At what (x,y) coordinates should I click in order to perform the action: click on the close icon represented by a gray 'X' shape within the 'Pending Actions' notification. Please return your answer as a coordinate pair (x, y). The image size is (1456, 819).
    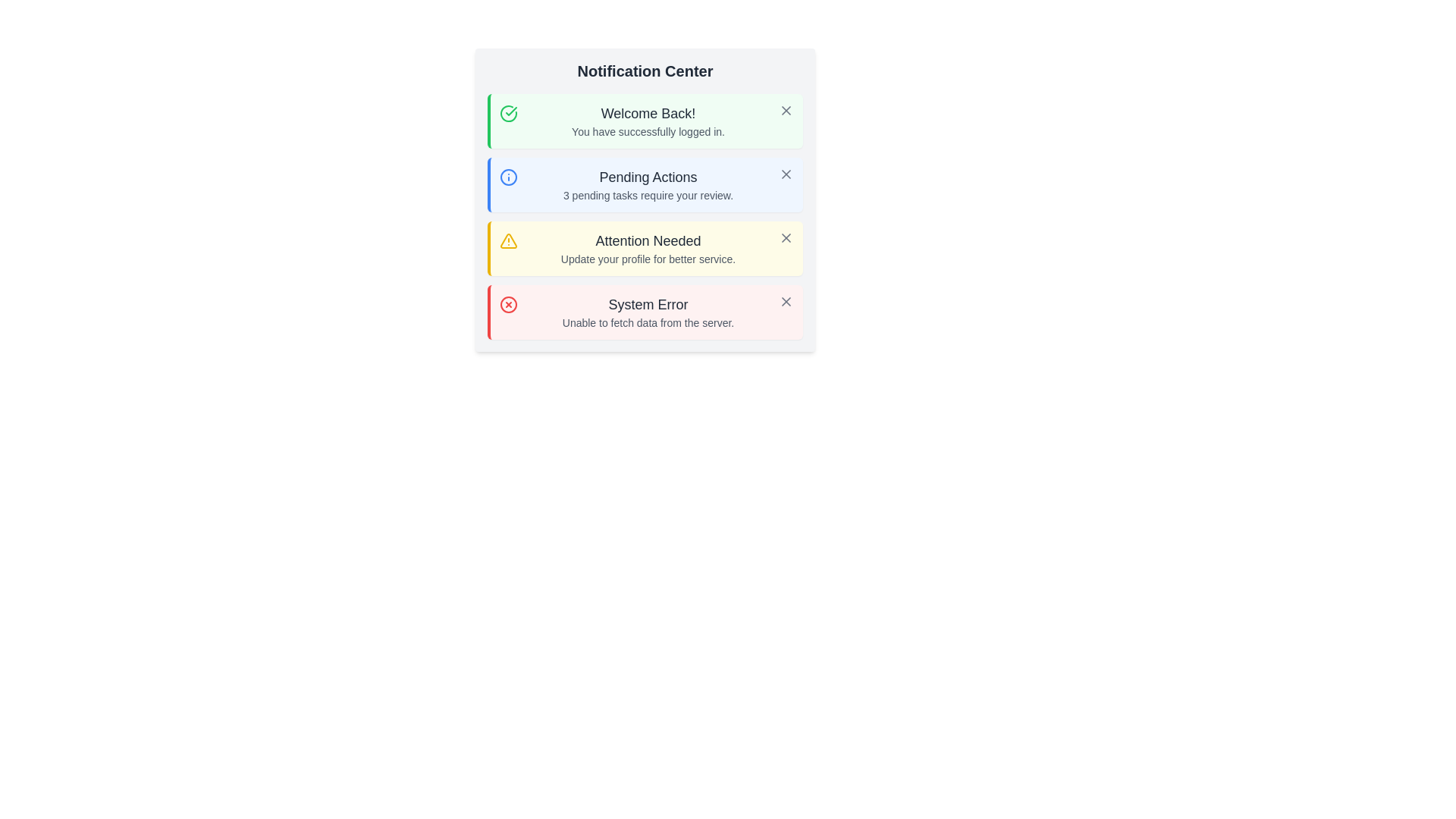
    Looking at the image, I should click on (786, 174).